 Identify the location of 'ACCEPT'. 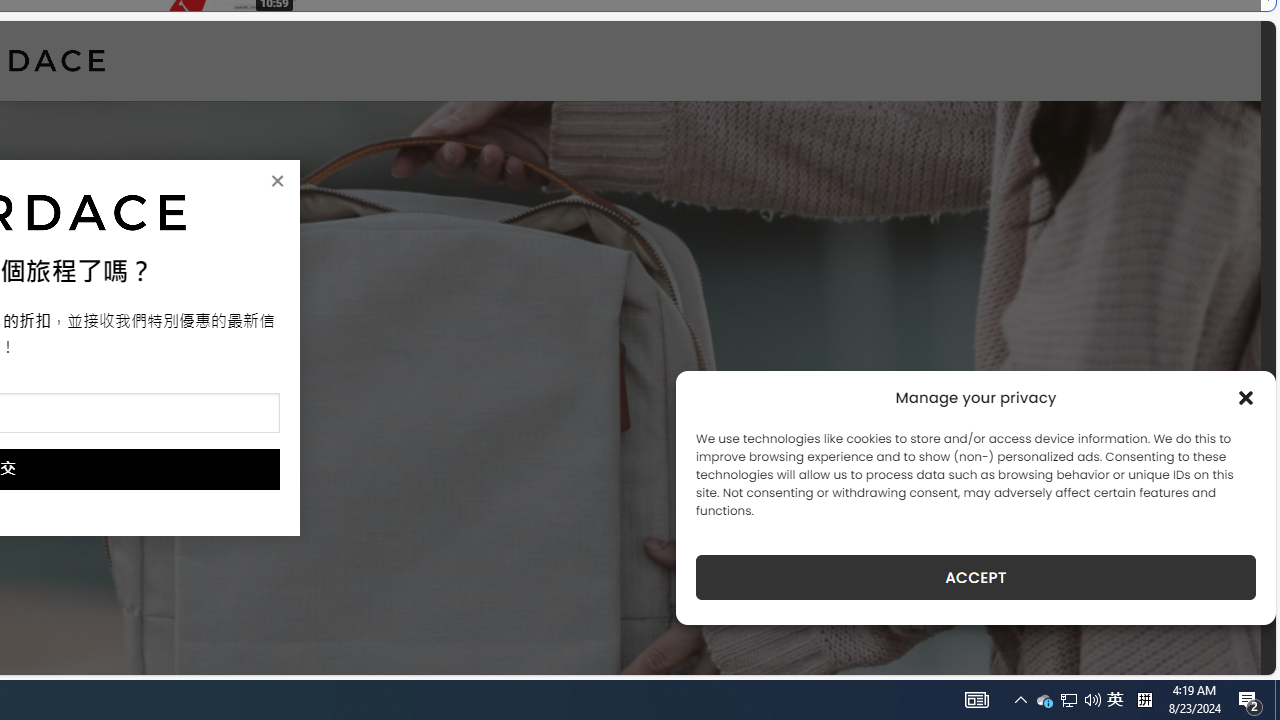
(976, 577).